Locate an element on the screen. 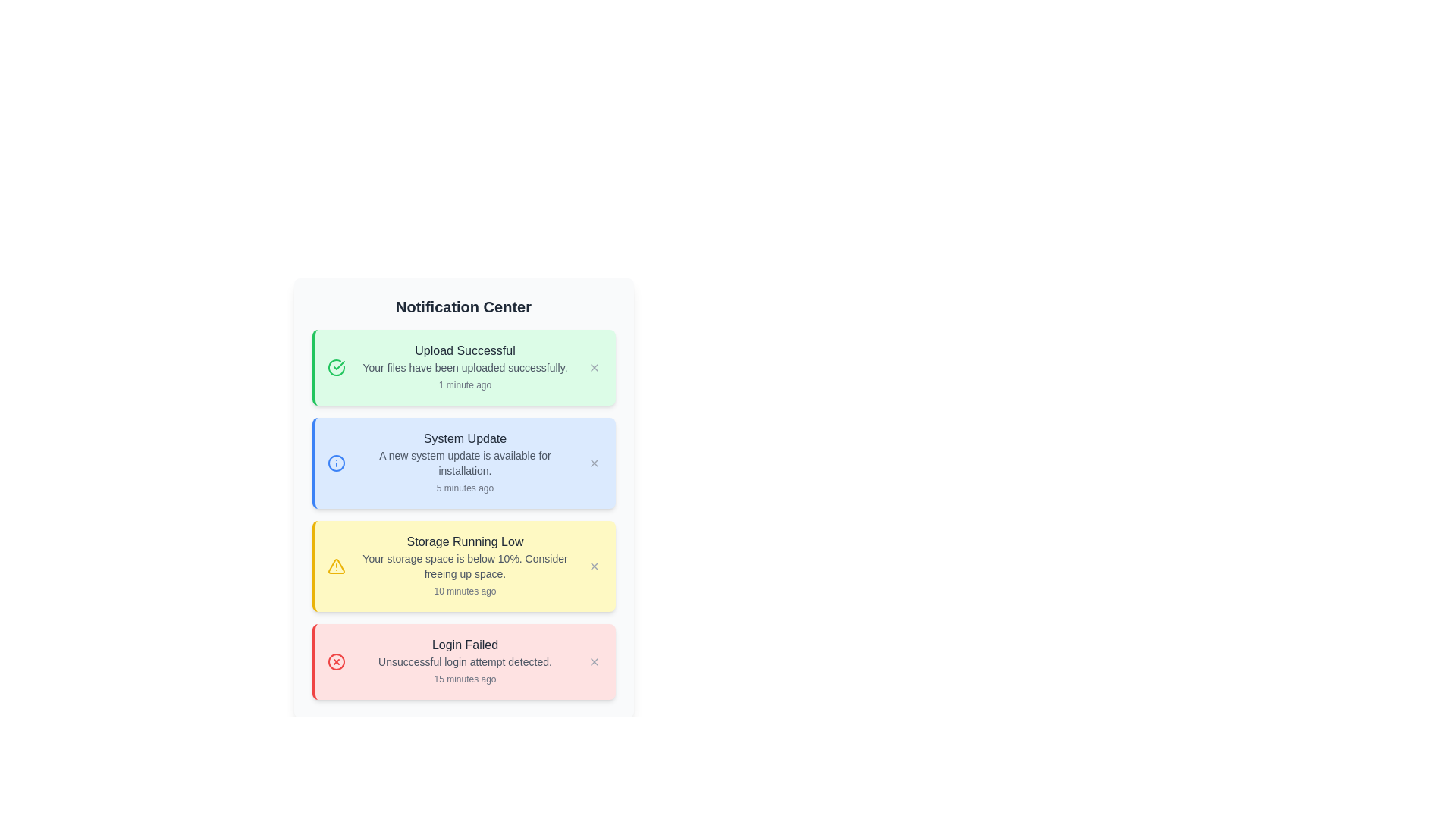  the static text label that displays the elapsed time since the notification event in the 'System Update' card, positioned at the bottom right of the card is located at coordinates (464, 488).